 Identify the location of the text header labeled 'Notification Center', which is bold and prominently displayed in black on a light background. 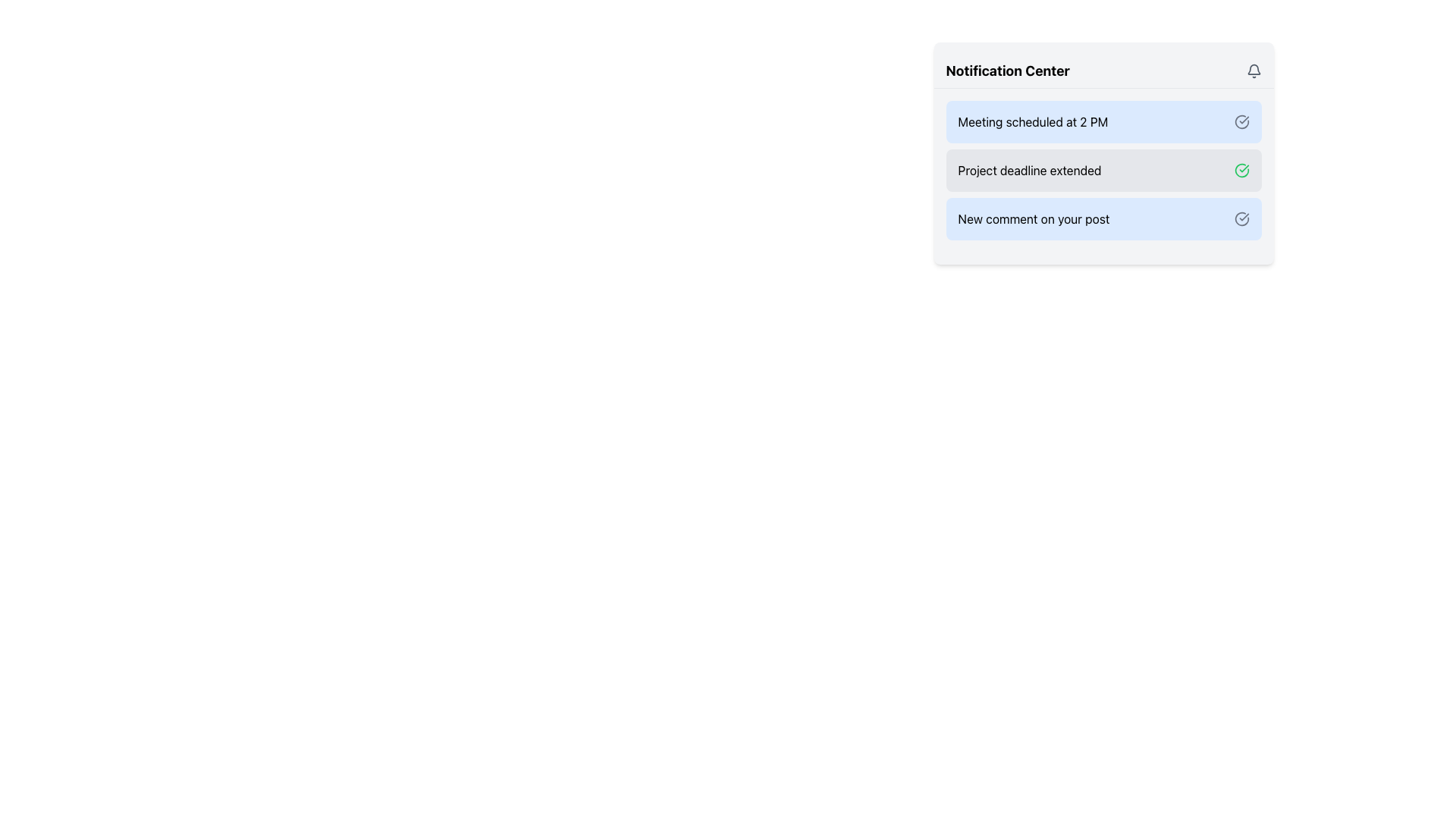
(1008, 71).